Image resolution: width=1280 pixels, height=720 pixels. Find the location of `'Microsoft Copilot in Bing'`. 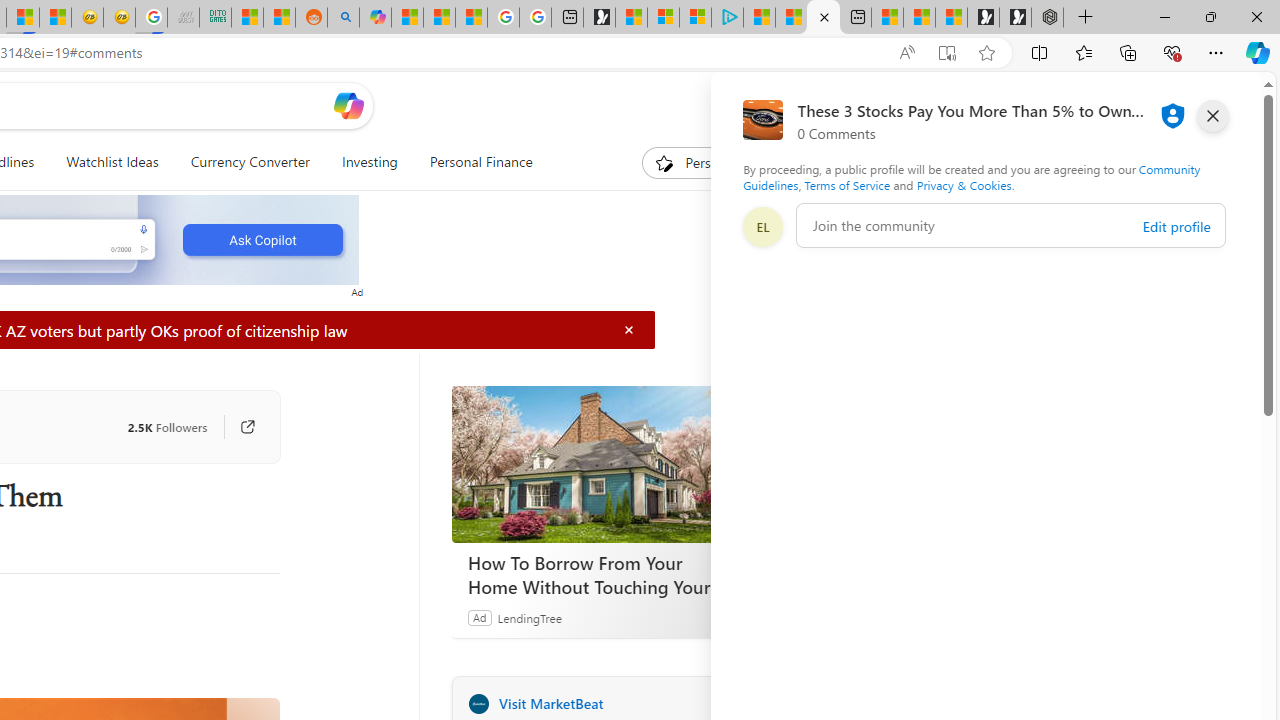

'Microsoft Copilot in Bing' is located at coordinates (375, 17).